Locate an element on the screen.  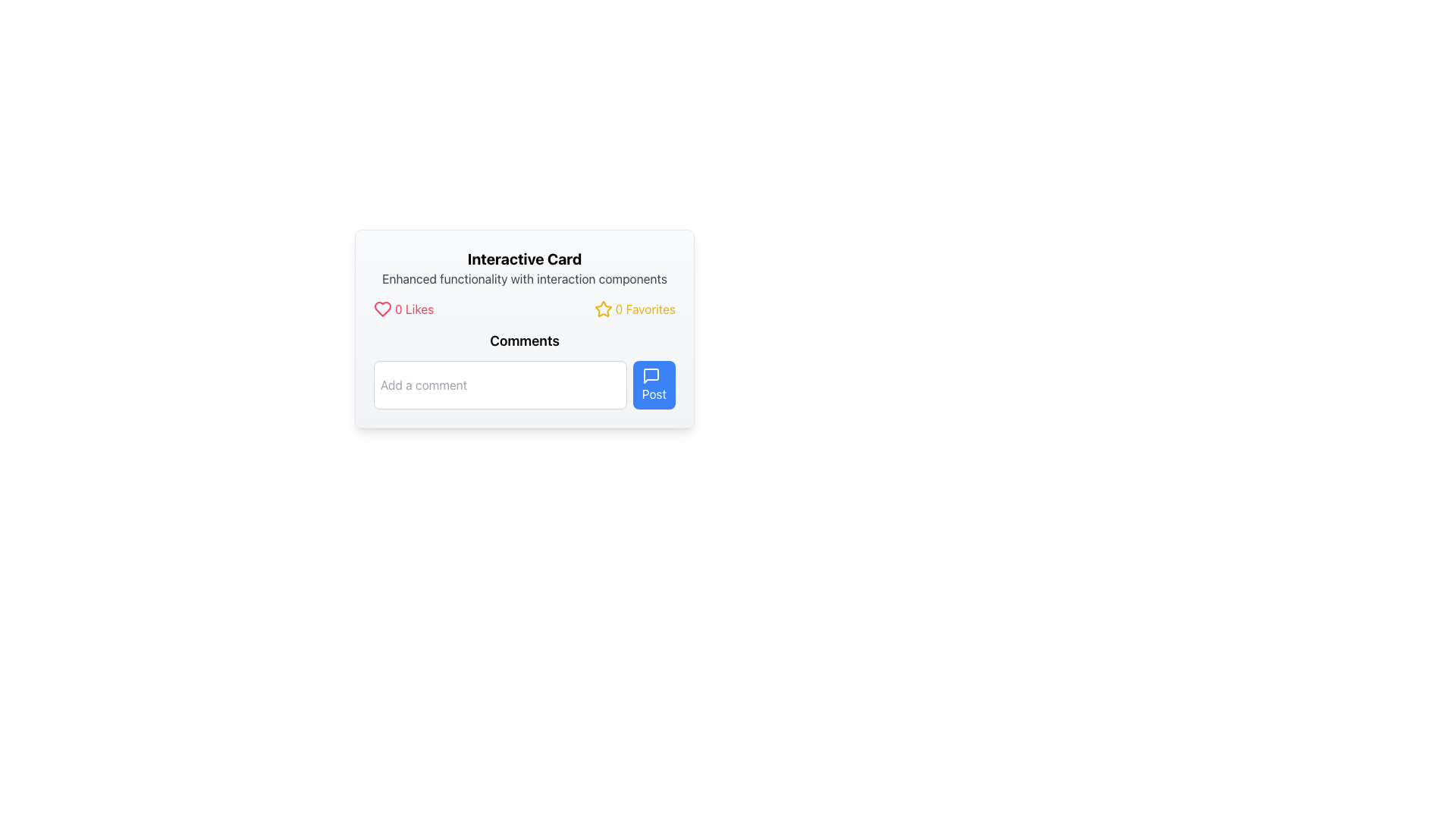
the submission button located at the bottom-right corner of the comment input section is located at coordinates (654, 384).